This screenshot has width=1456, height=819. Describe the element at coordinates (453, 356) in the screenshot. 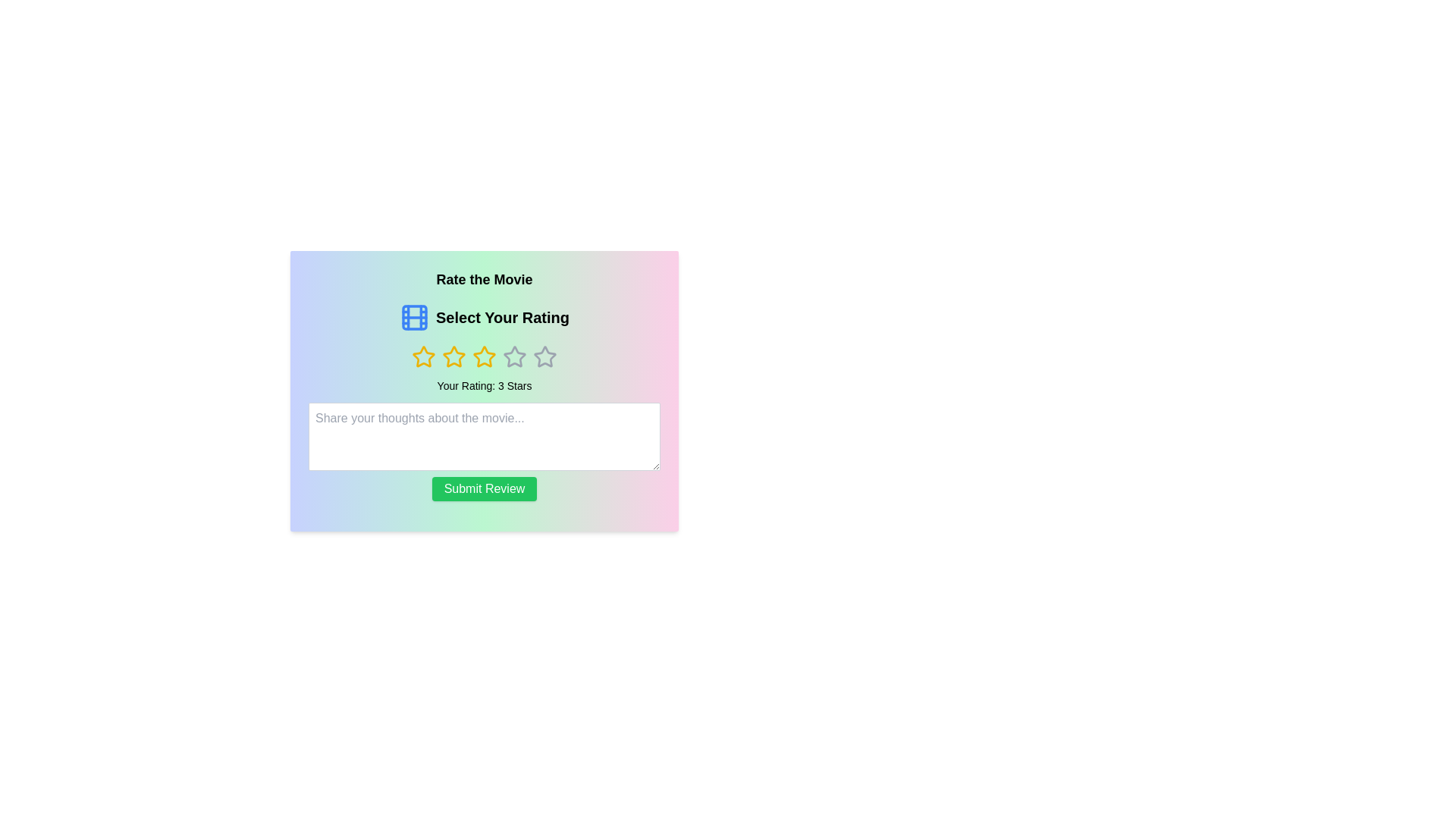

I see `the third star icon in the five-star rating system` at that location.